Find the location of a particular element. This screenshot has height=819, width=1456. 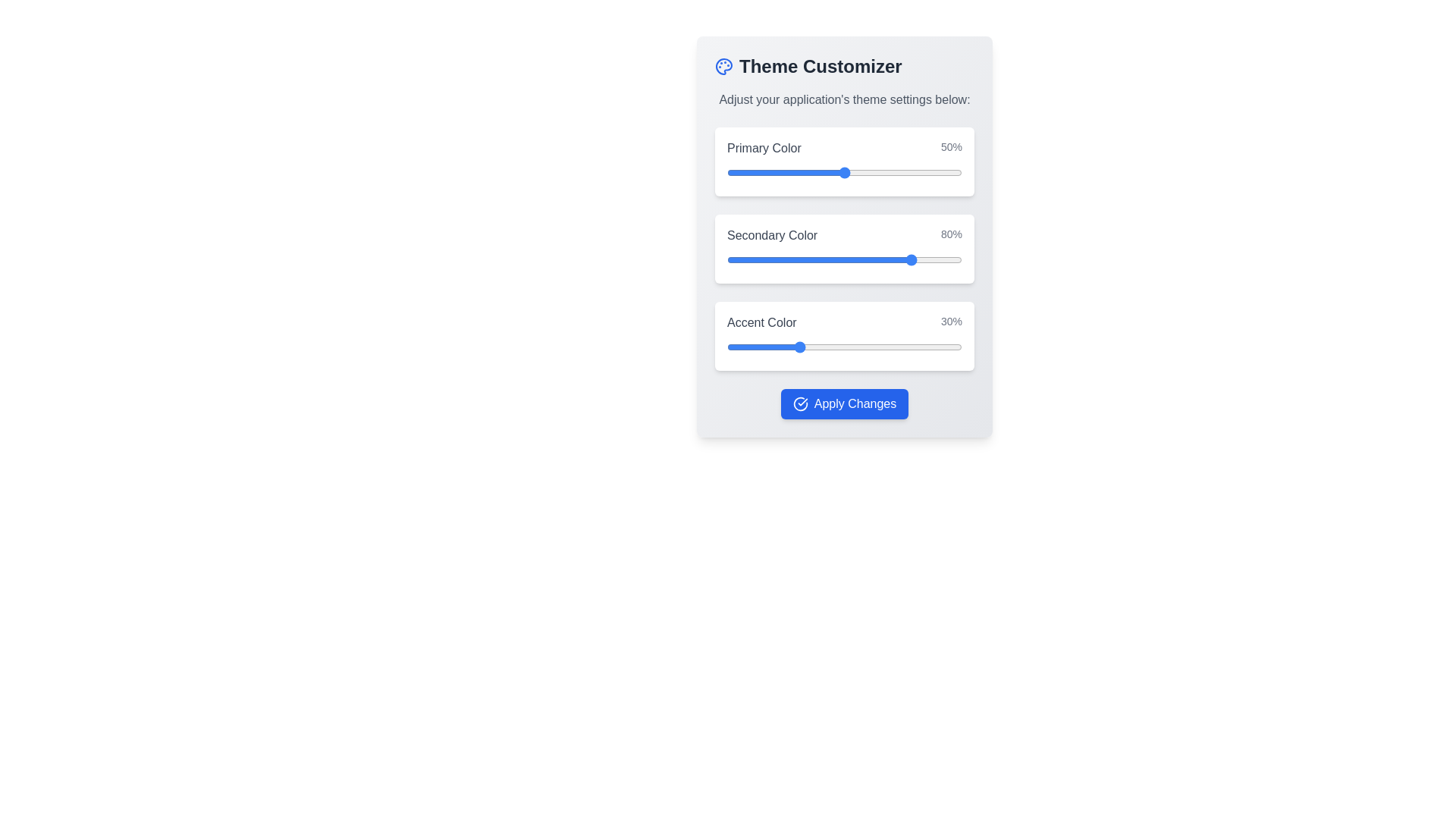

the accent color percentage is located at coordinates (823, 347).